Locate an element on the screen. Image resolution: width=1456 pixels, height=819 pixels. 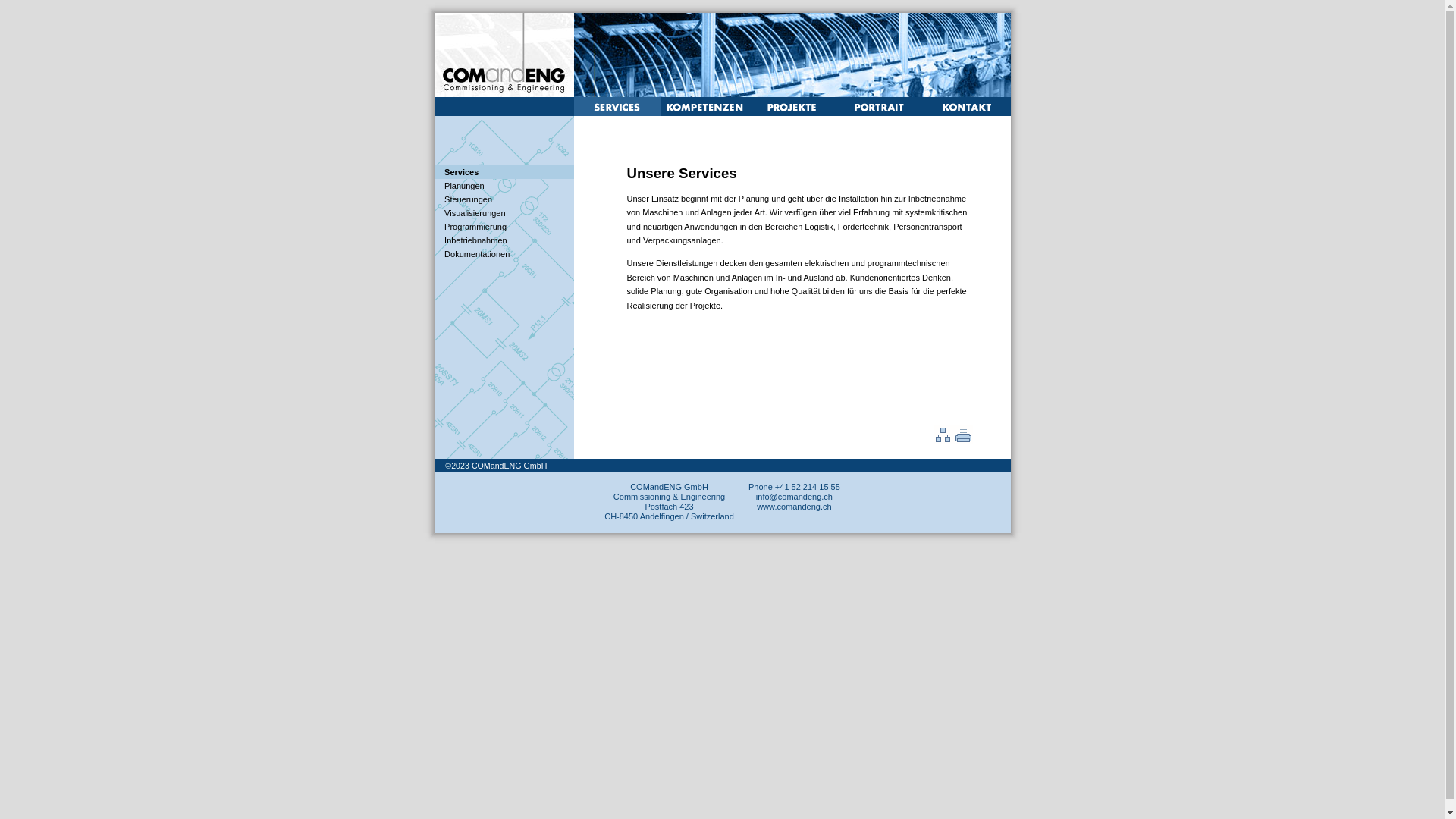
'info@comandeng.ch' is located at coordinates (793, 497).